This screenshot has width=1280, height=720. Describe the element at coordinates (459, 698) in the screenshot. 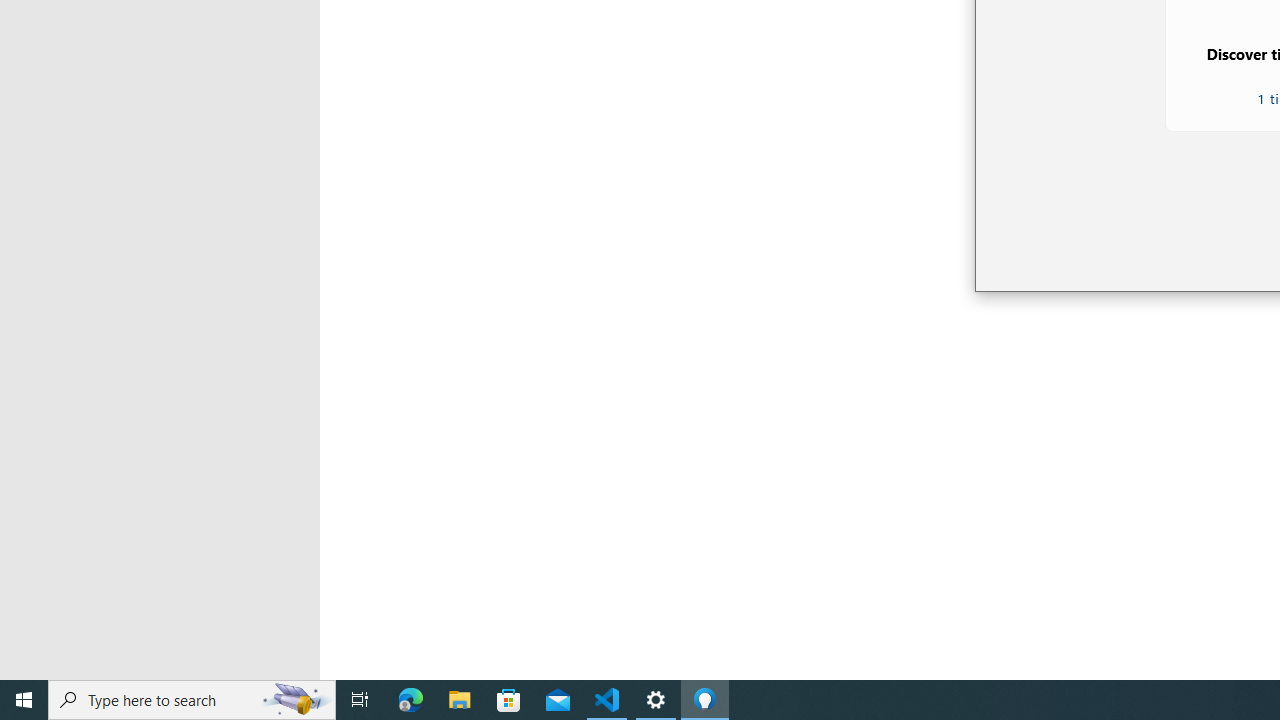

I see `'File Explorer'` at that location.